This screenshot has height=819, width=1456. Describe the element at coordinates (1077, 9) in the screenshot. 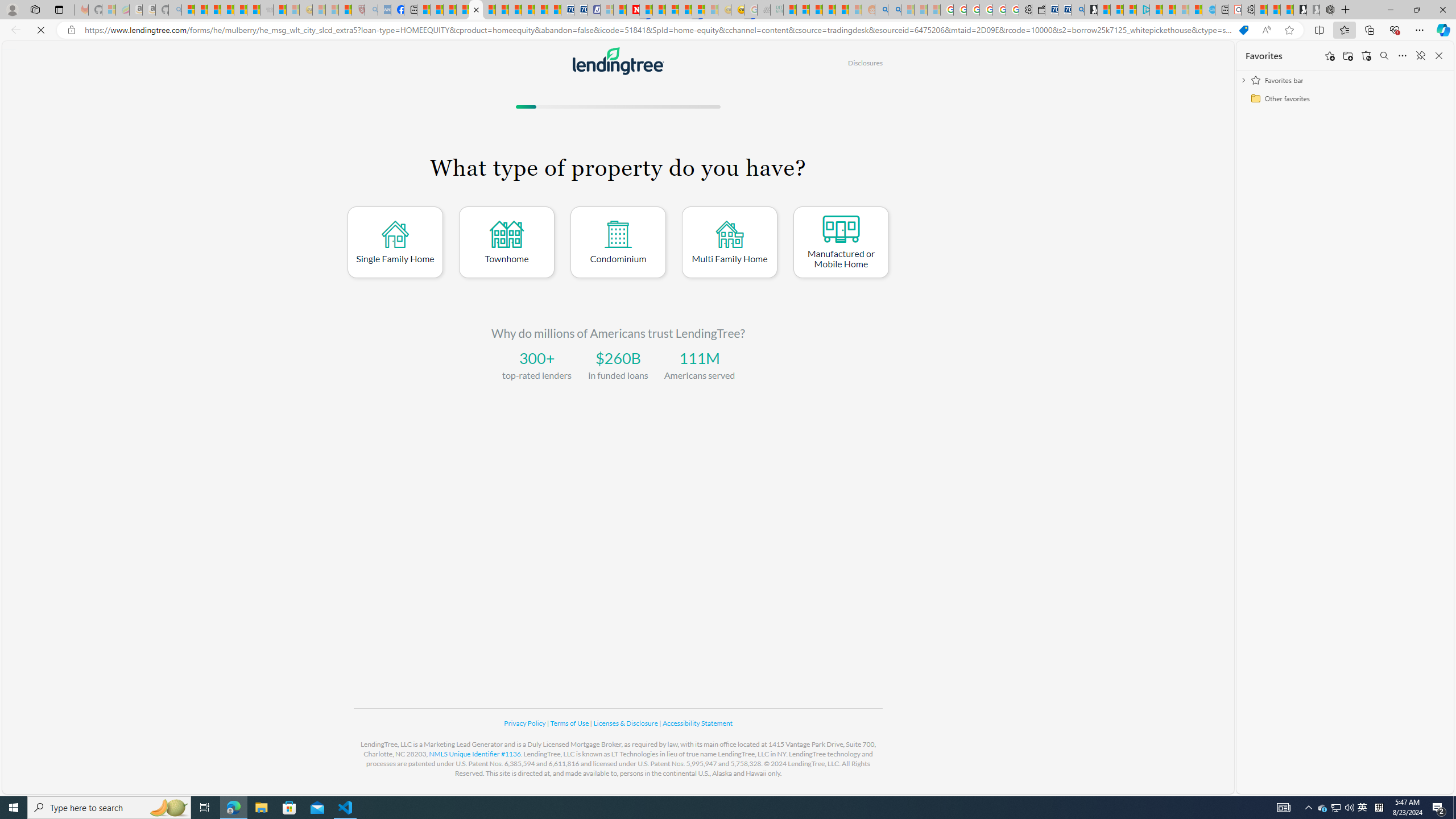

I see `'Bing Real Estate - Home sales and rental listings'` at that location.